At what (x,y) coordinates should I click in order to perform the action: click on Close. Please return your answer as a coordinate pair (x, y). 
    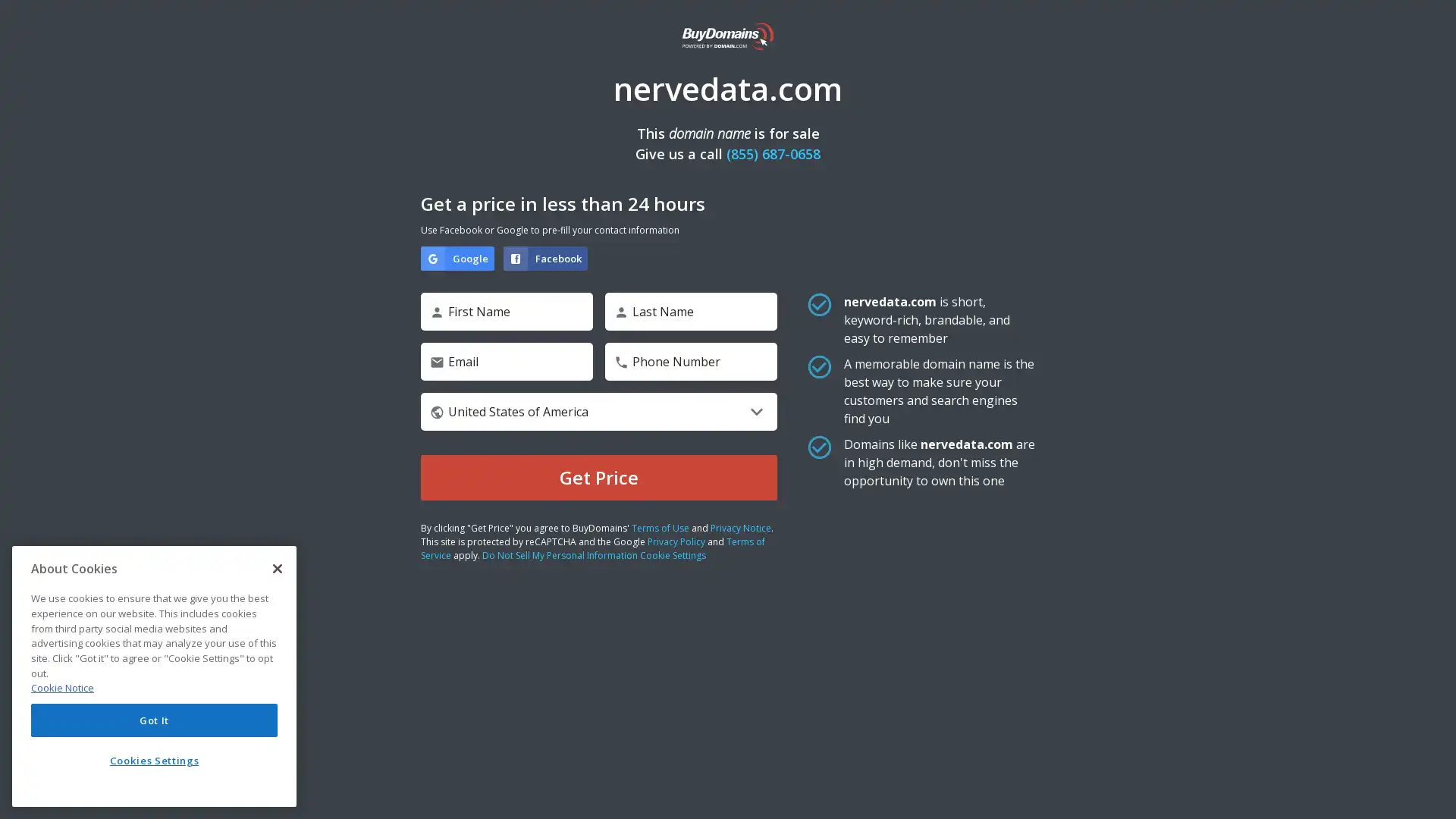
    Looking at the image, I should click on (277, 568).